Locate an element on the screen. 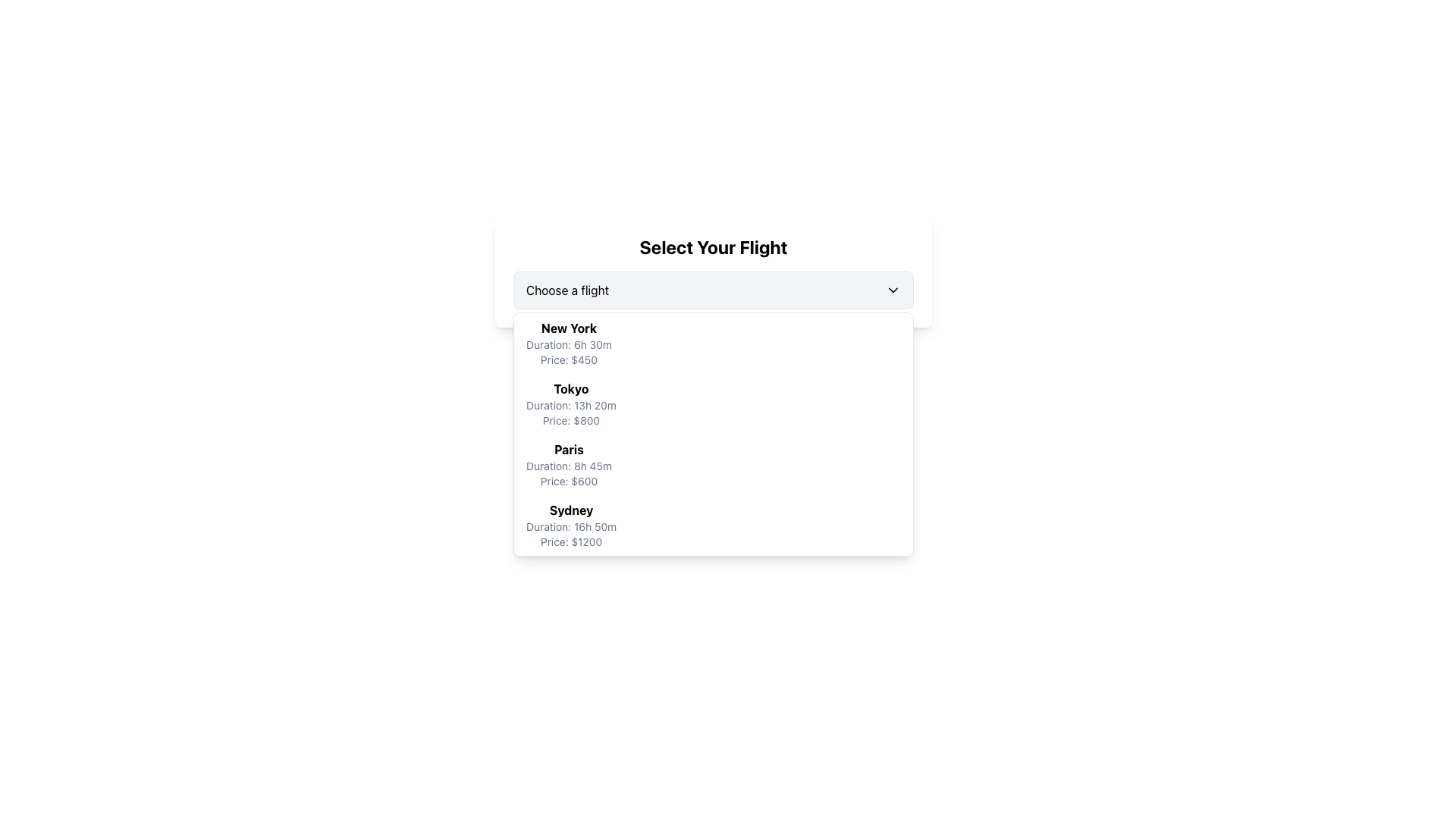 The width and height of the screenshot is (1456, 819). the informational list item displaying flight details to Paris, which includes the duration and price is located at coordinates (568, 464).